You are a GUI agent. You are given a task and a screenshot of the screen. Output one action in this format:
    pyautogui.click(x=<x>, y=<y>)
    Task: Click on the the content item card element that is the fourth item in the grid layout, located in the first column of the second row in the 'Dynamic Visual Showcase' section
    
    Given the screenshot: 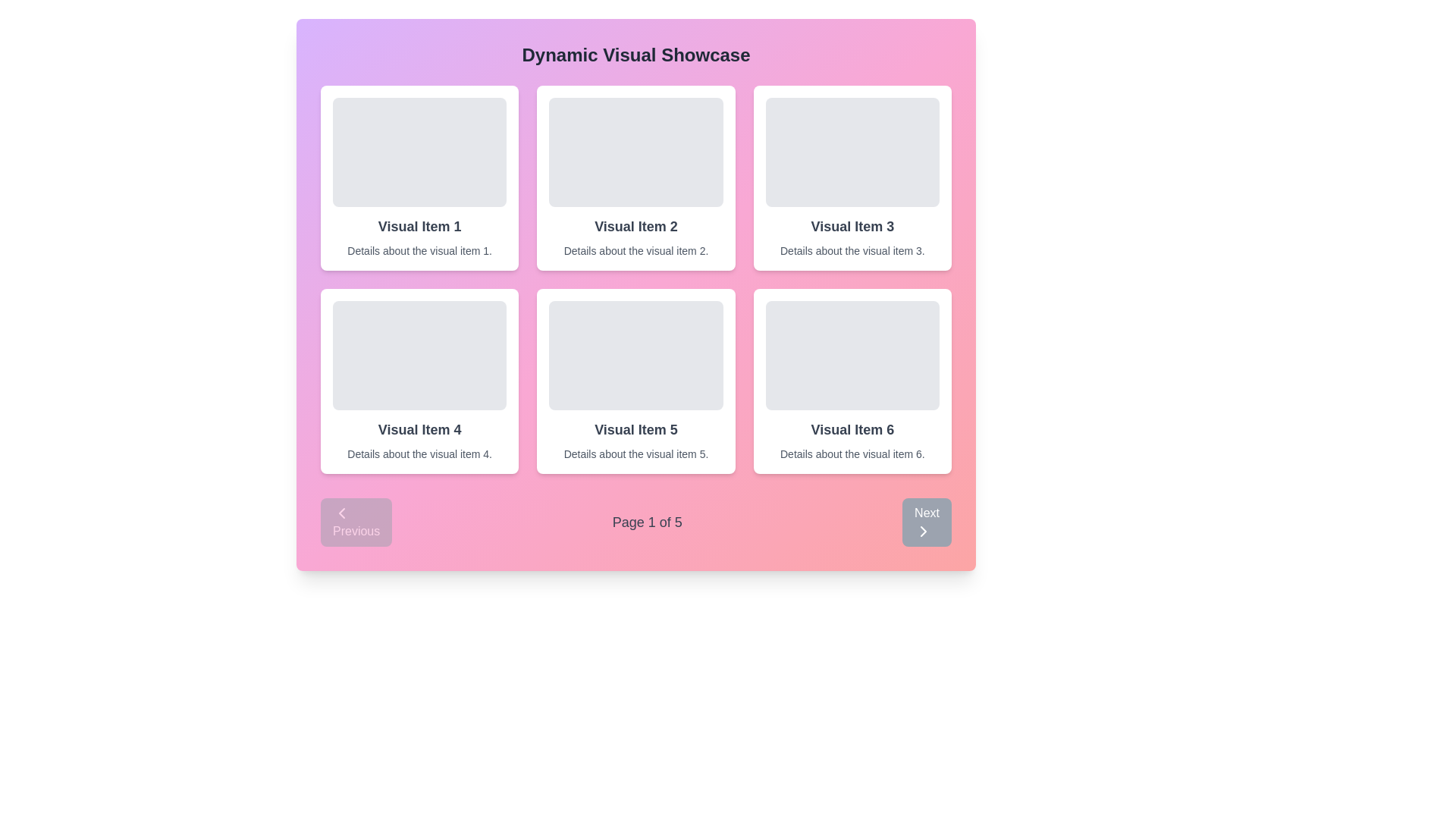 What is the action you would take?
    pyautogui.click(x=419, y=380)
    